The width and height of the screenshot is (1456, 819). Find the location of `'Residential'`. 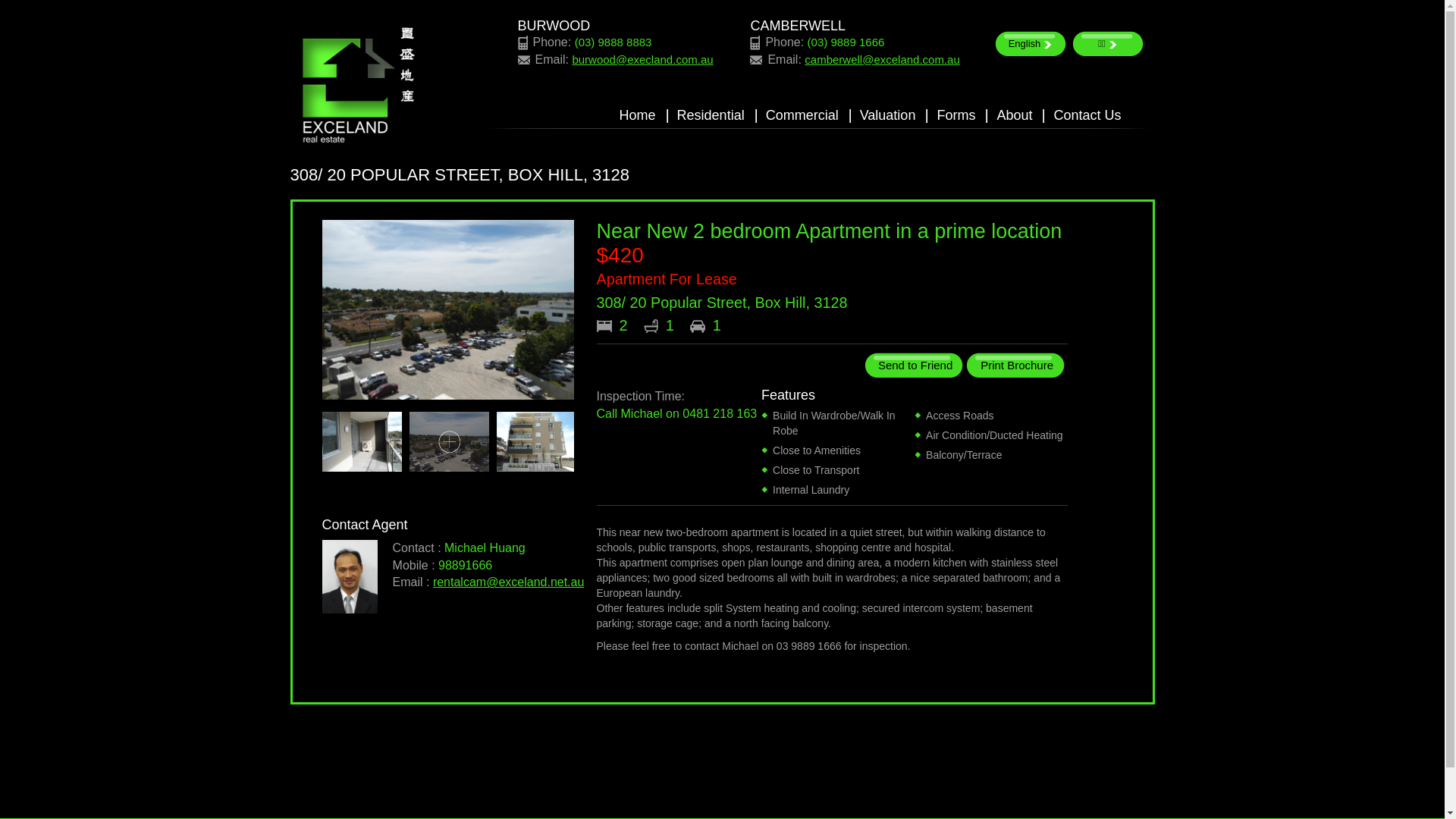

'Residential' is located at coordinates (676, 115).